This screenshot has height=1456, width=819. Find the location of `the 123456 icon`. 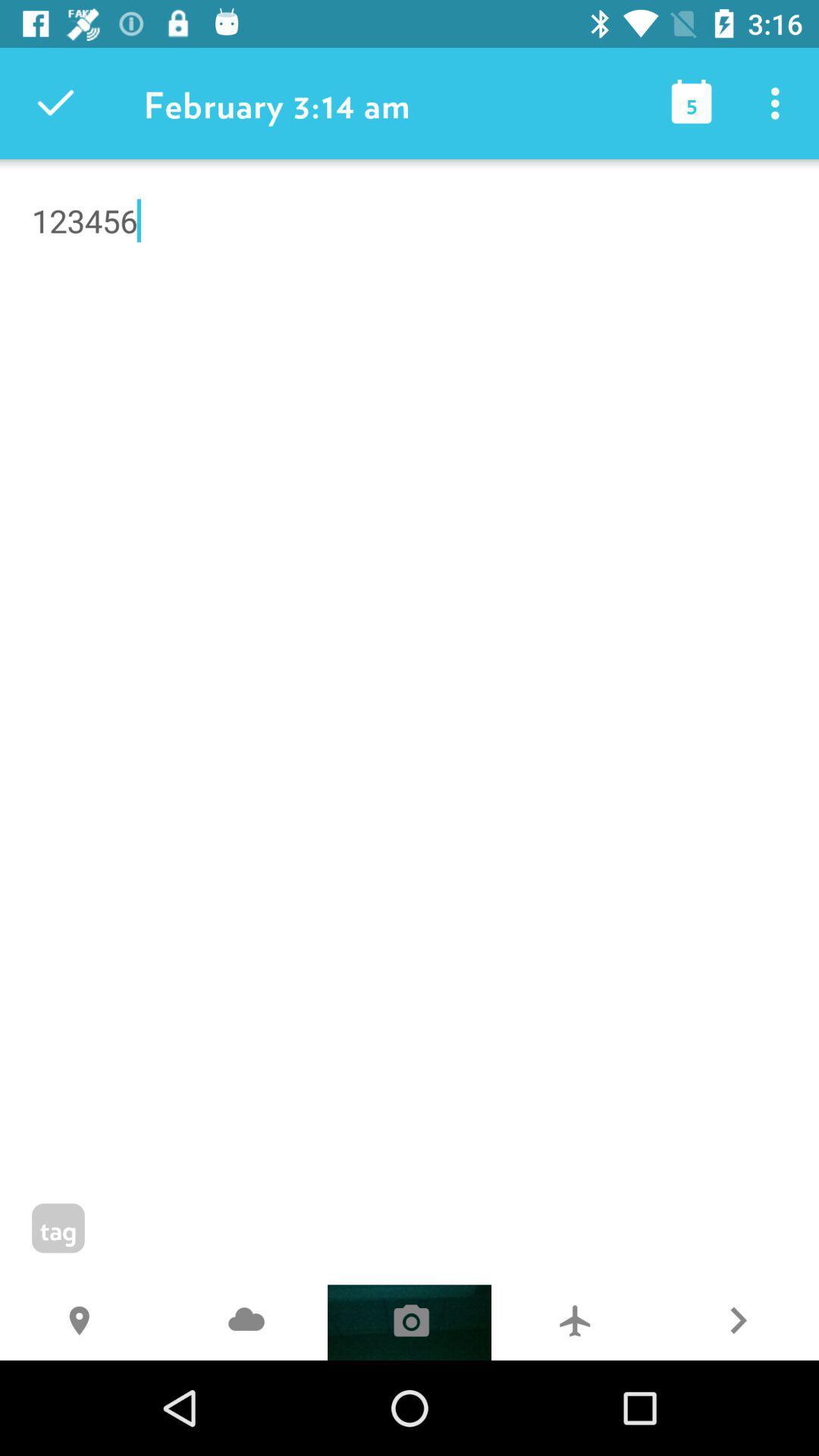

the 123456 icon is located at coordinates (409, 300).